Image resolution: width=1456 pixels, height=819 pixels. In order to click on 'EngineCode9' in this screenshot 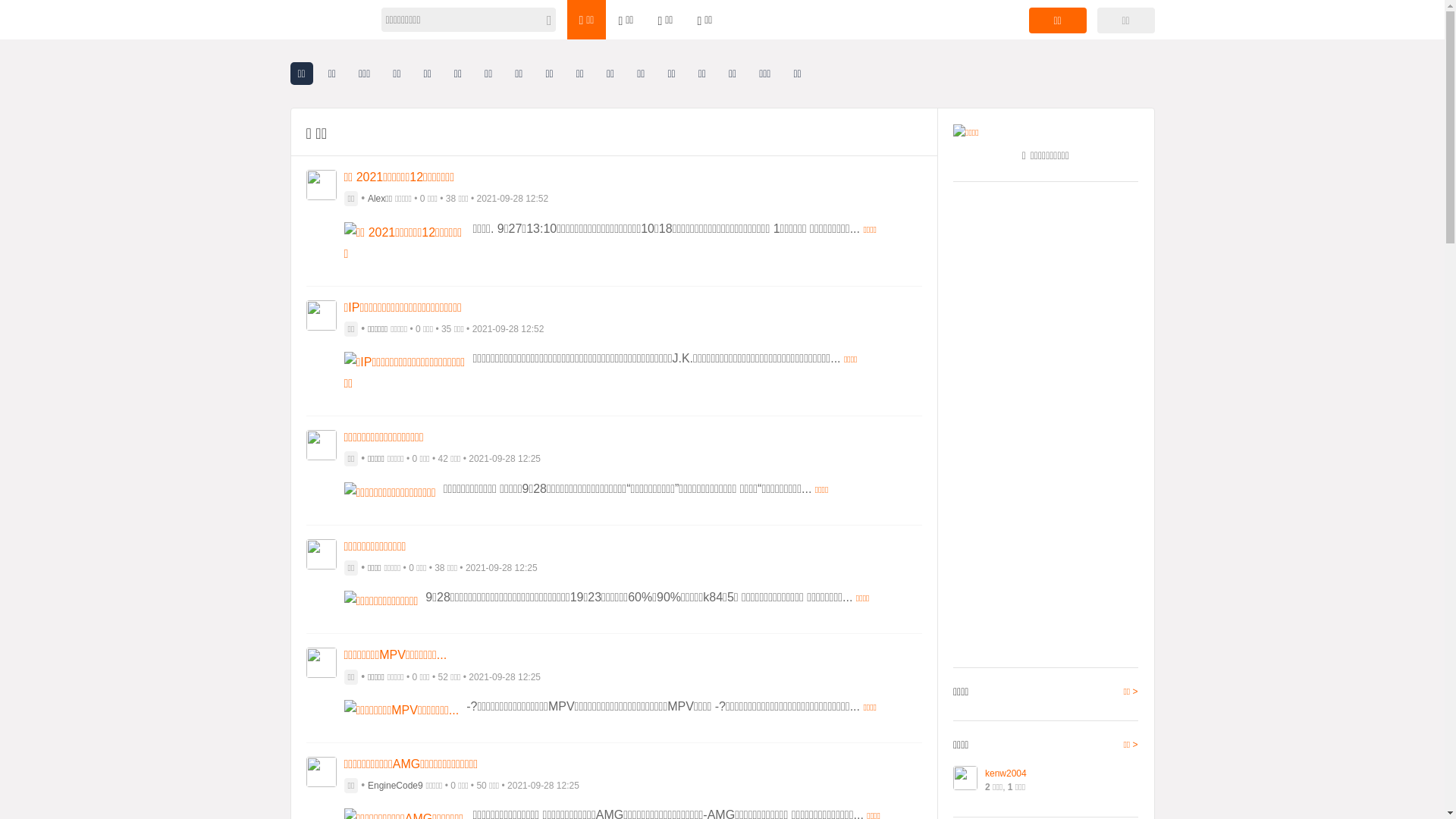, I will do `click(367, 785)`.